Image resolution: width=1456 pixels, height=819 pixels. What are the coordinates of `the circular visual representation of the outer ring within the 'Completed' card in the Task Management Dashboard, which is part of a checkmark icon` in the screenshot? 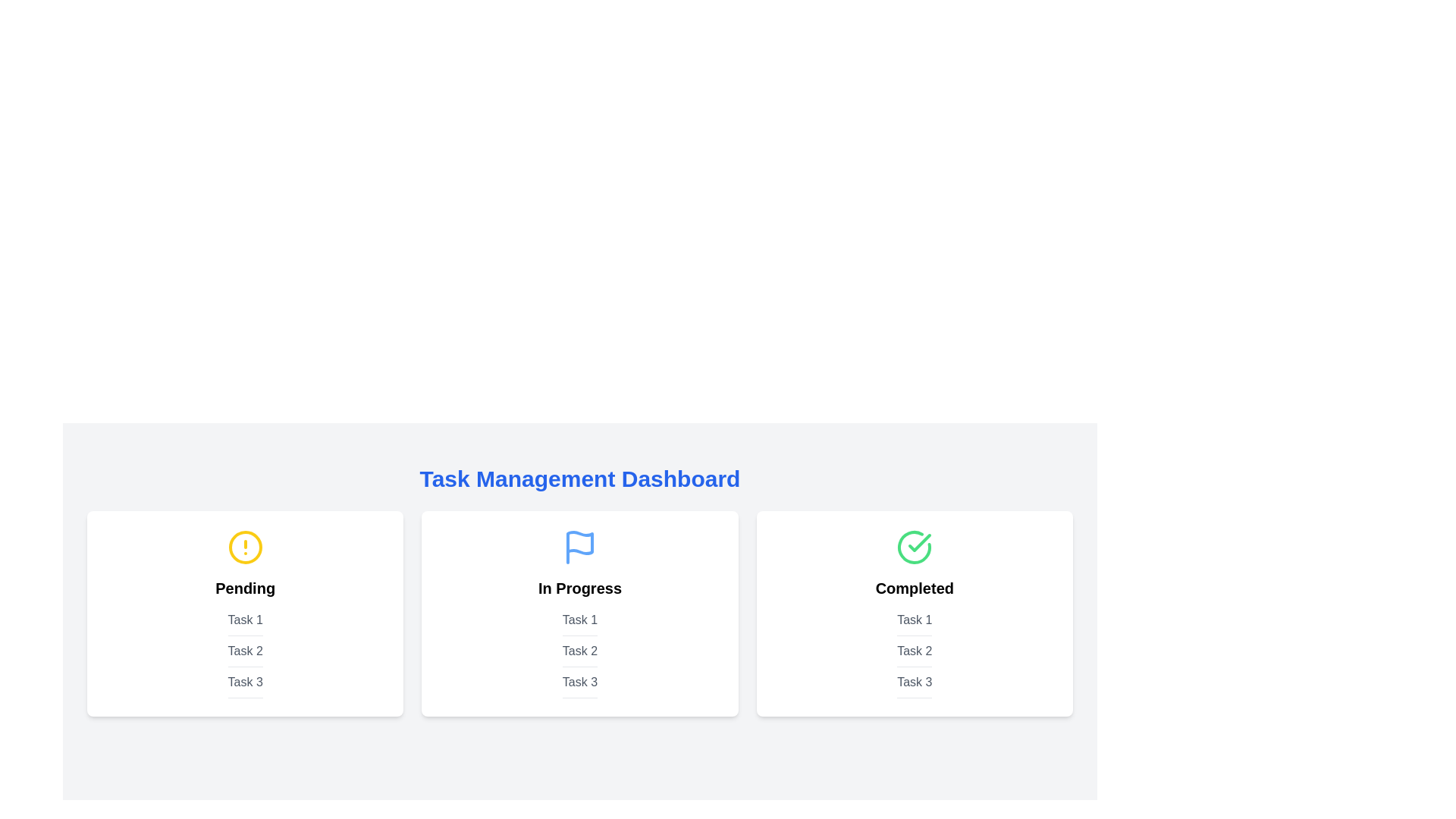 It's located at (914, 547).